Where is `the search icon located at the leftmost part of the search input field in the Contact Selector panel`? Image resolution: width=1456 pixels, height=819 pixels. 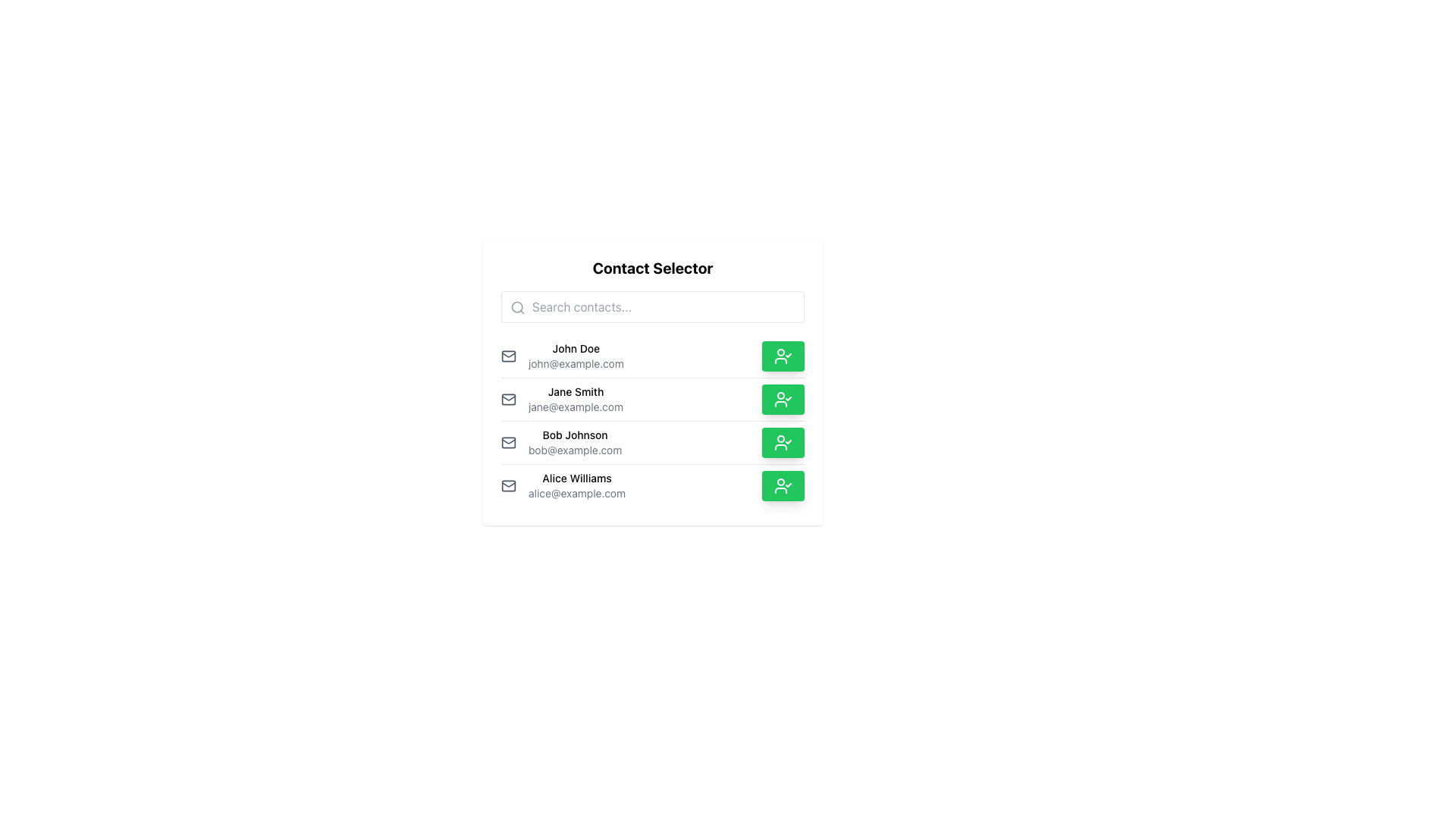 the search icon located at the leftmost part of the search input field in the Contact Selector panel is located at coordinates (517, 307).